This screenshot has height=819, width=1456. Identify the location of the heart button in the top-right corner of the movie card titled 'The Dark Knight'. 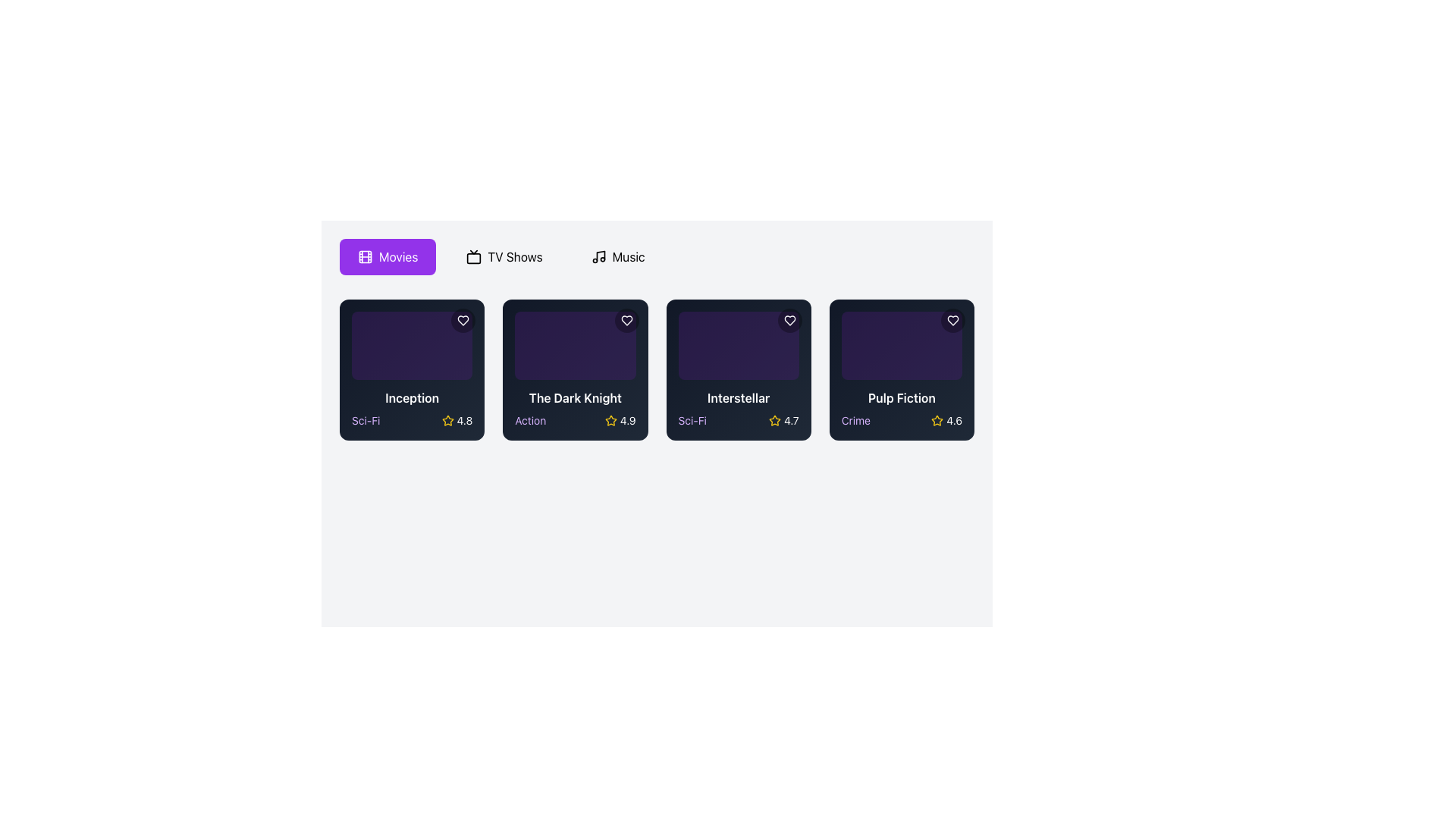
(626, 320).